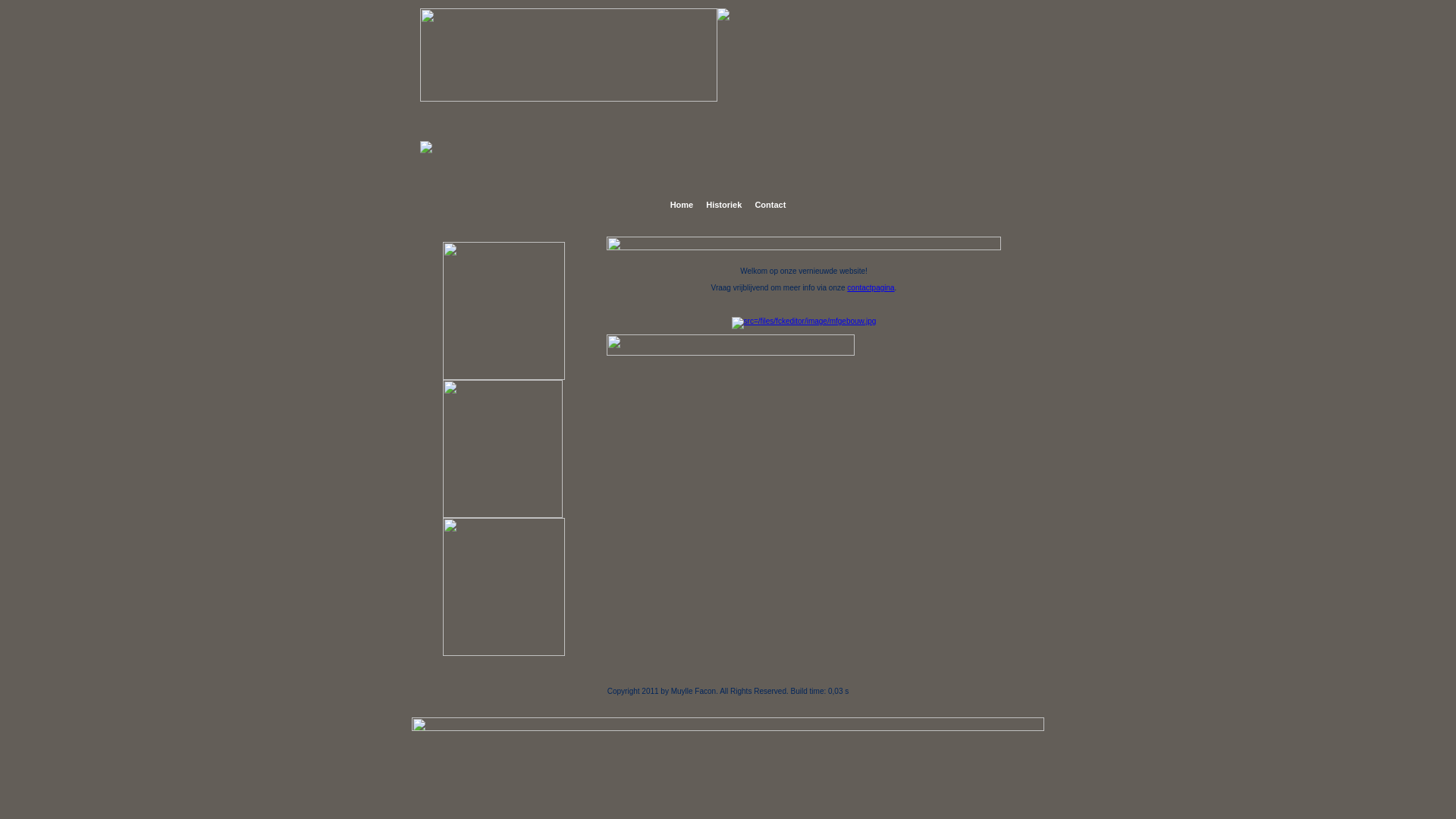 The image size is (1456, 819). What do you see at coordinates (665, 205) in the screenshot?
I see `'Home'` at bounding box center [665, 205].